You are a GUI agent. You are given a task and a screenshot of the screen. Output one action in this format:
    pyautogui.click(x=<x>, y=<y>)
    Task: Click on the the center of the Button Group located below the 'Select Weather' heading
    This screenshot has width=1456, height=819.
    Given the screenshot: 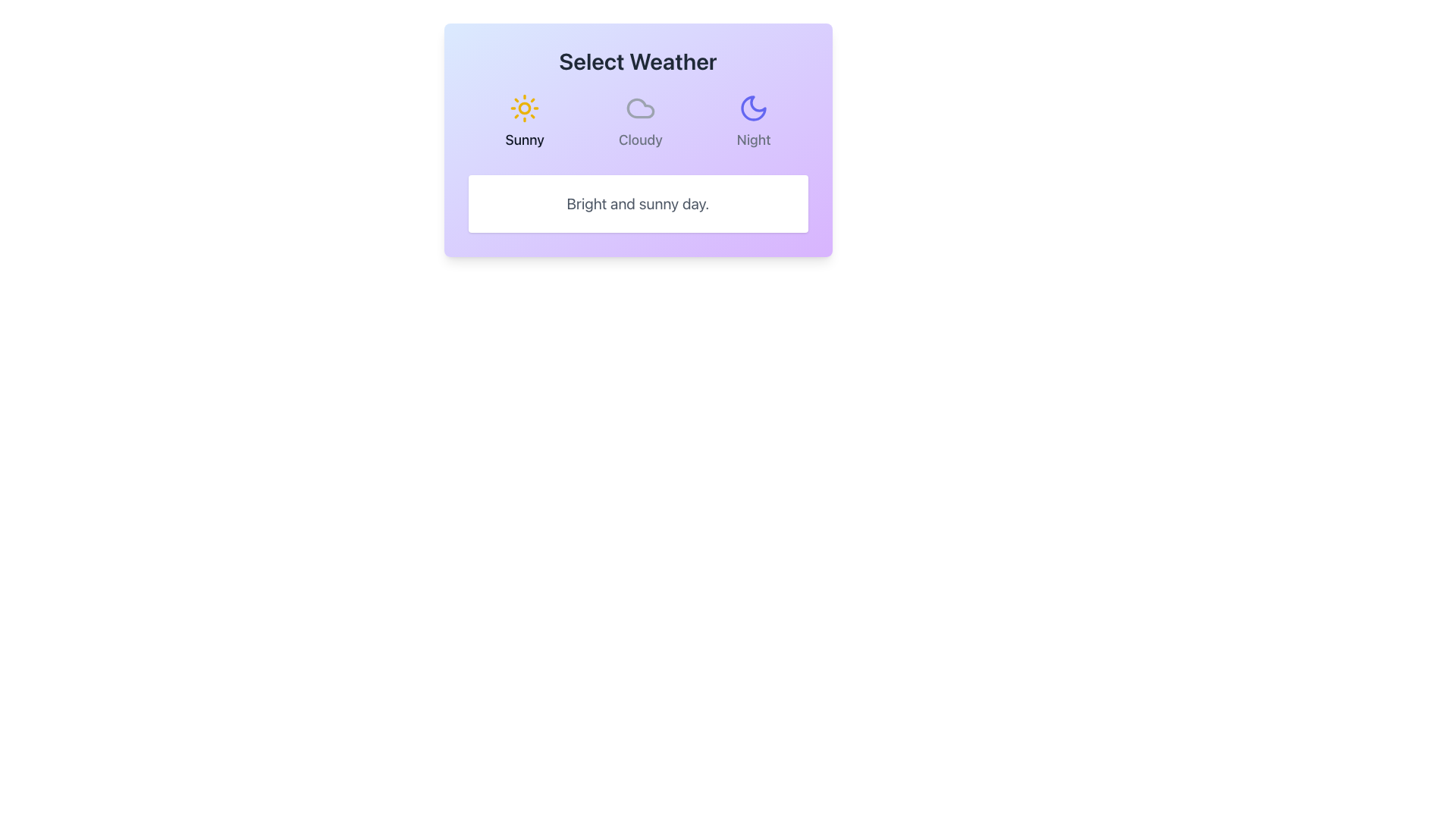 What is the action you would take?
    pyautogui.click(x=638, y=121)
    